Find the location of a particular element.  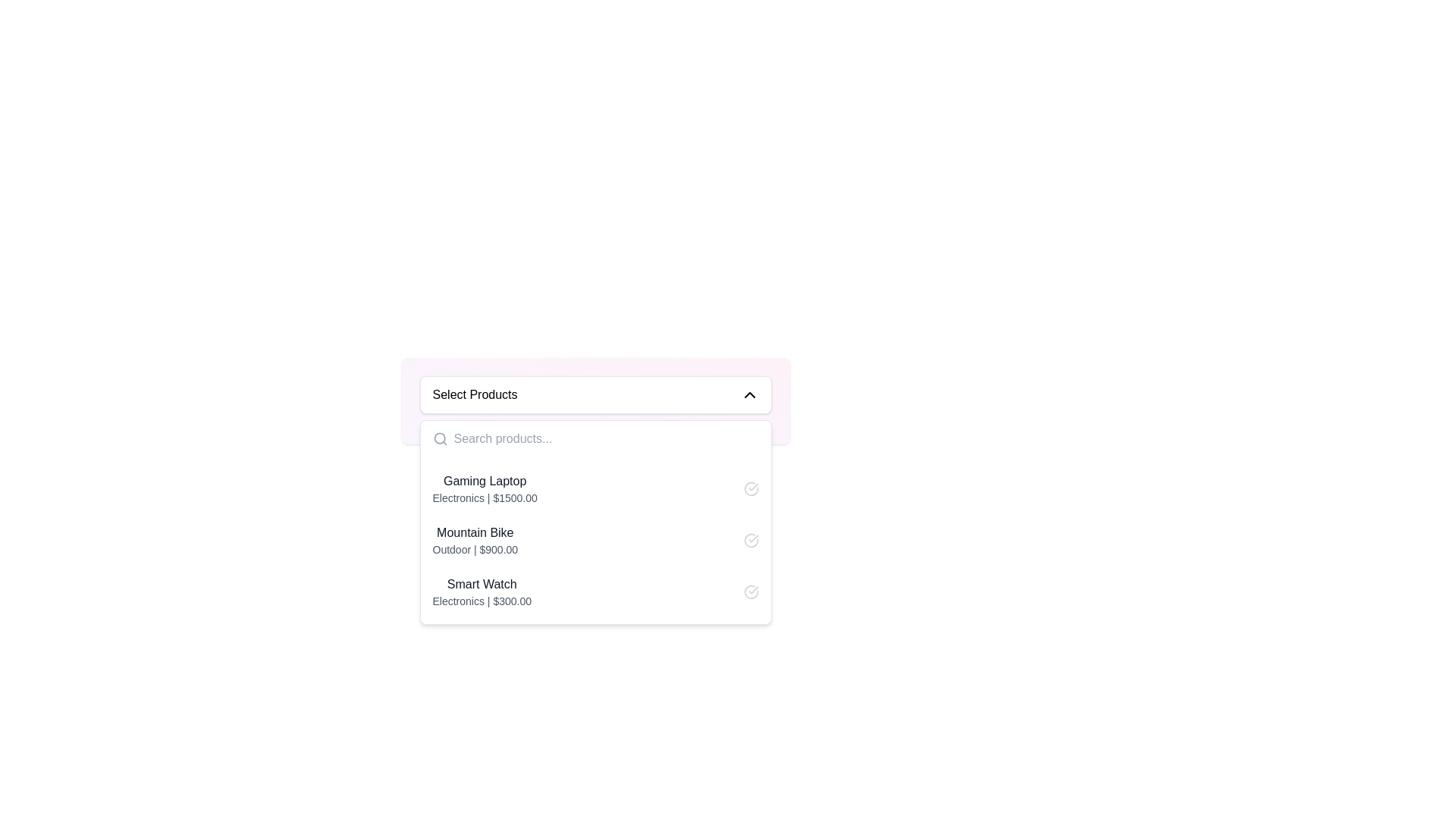

the text label that provides additional details about the product category and price, which follows the 'Smart Watch' title and is the last entry in the dropdown list is located at coordinates (481, 601).